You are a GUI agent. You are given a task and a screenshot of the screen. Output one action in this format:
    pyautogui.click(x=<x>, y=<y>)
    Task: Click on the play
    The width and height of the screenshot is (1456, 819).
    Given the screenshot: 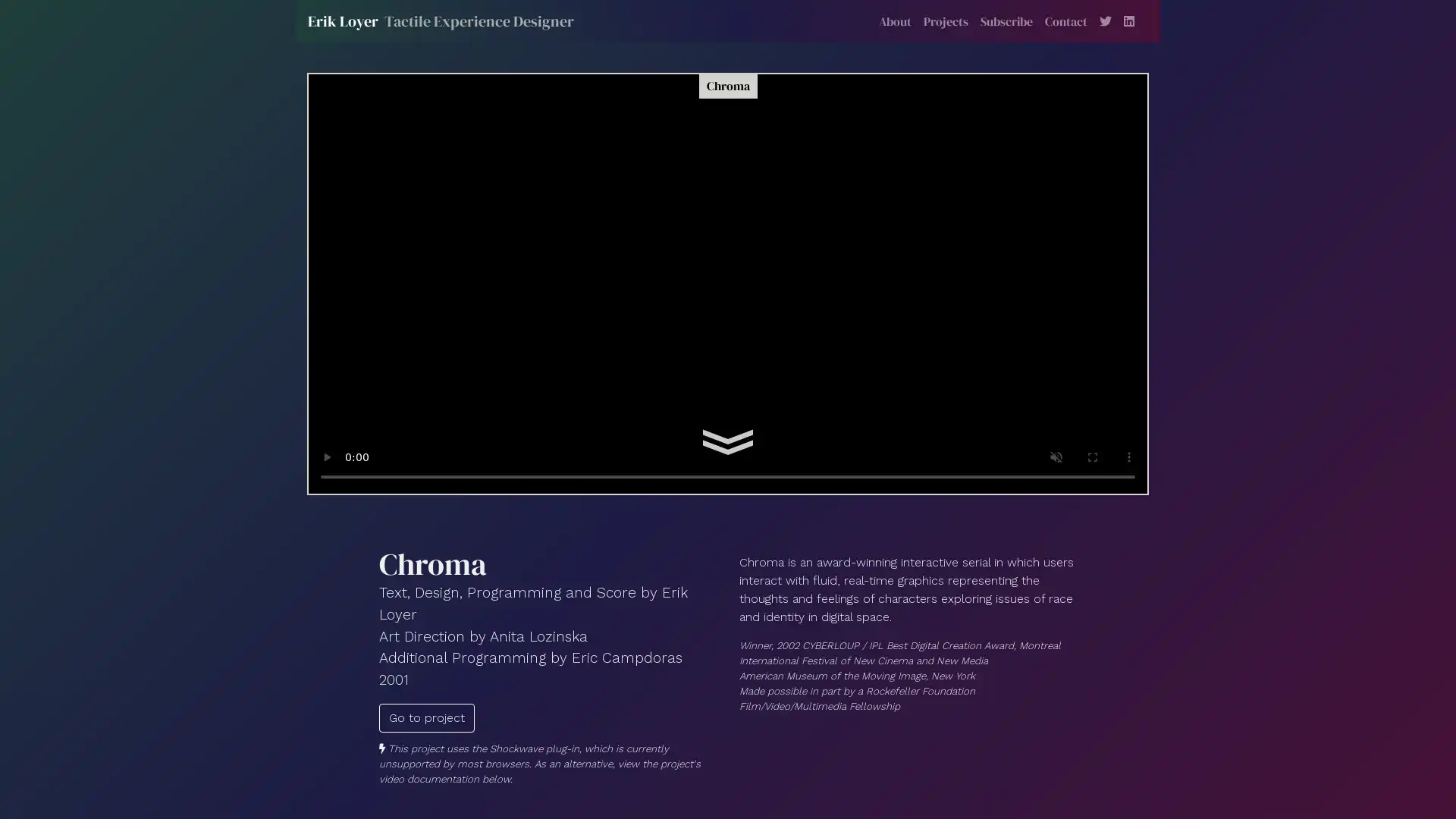 What is the action you would take?
    pyautogui.click(x=326, y=456)
    